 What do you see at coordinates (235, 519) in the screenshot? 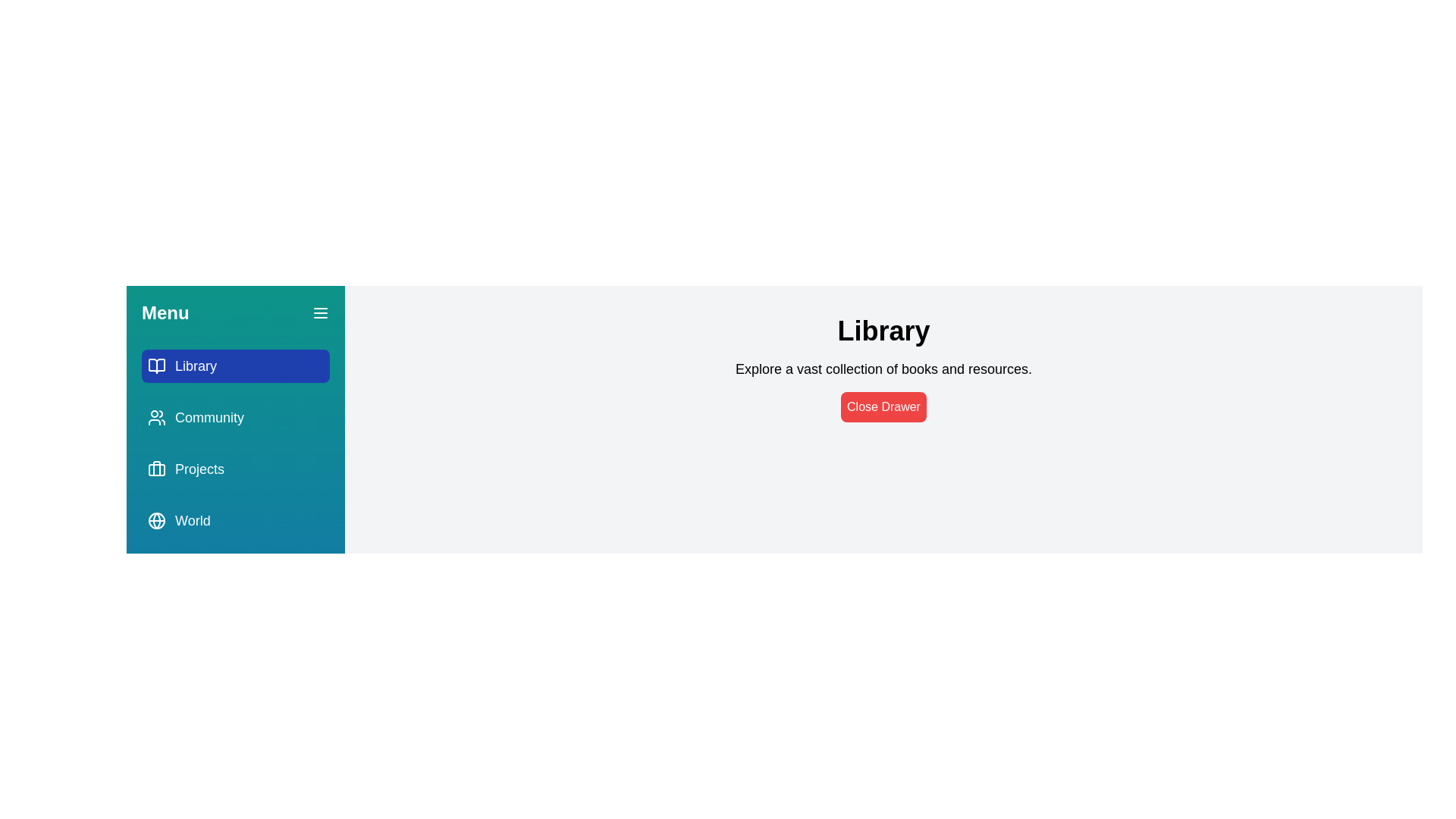
I see `the tab named World from the menu` at bounding box center [235, 519].